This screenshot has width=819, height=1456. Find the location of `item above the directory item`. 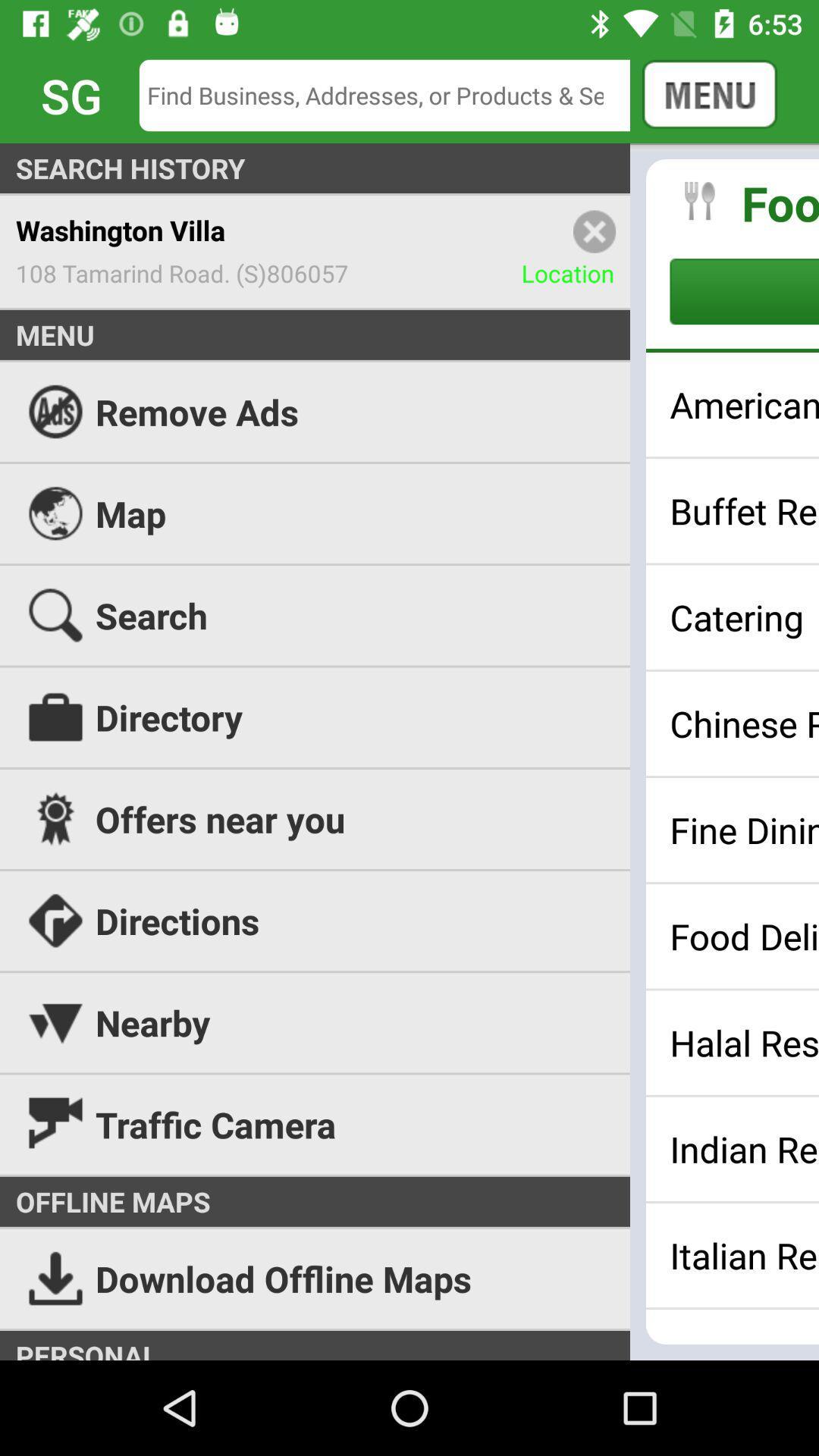

item above the directory item is located at coordinates (743, 617).